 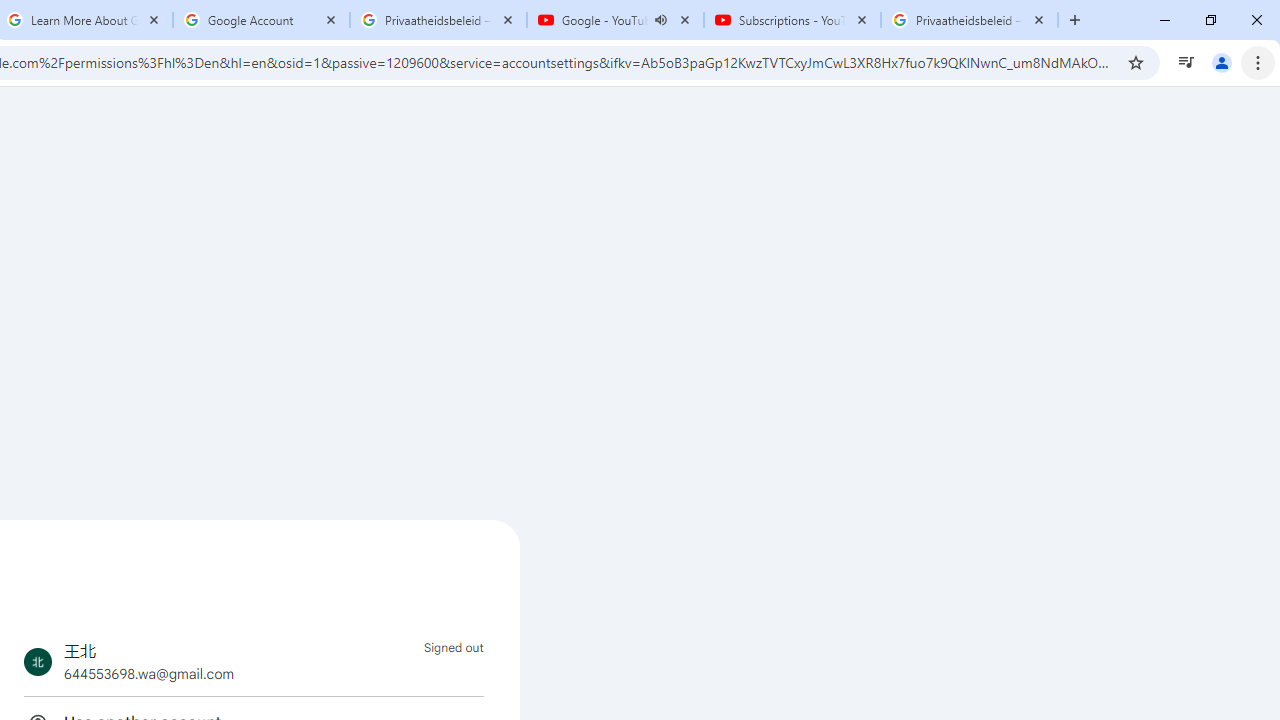 What do you see at coordinates (1185, 61) in the screenshot?
I see `'Control your music, videos, and more'` at bounding box center [1185, 61].